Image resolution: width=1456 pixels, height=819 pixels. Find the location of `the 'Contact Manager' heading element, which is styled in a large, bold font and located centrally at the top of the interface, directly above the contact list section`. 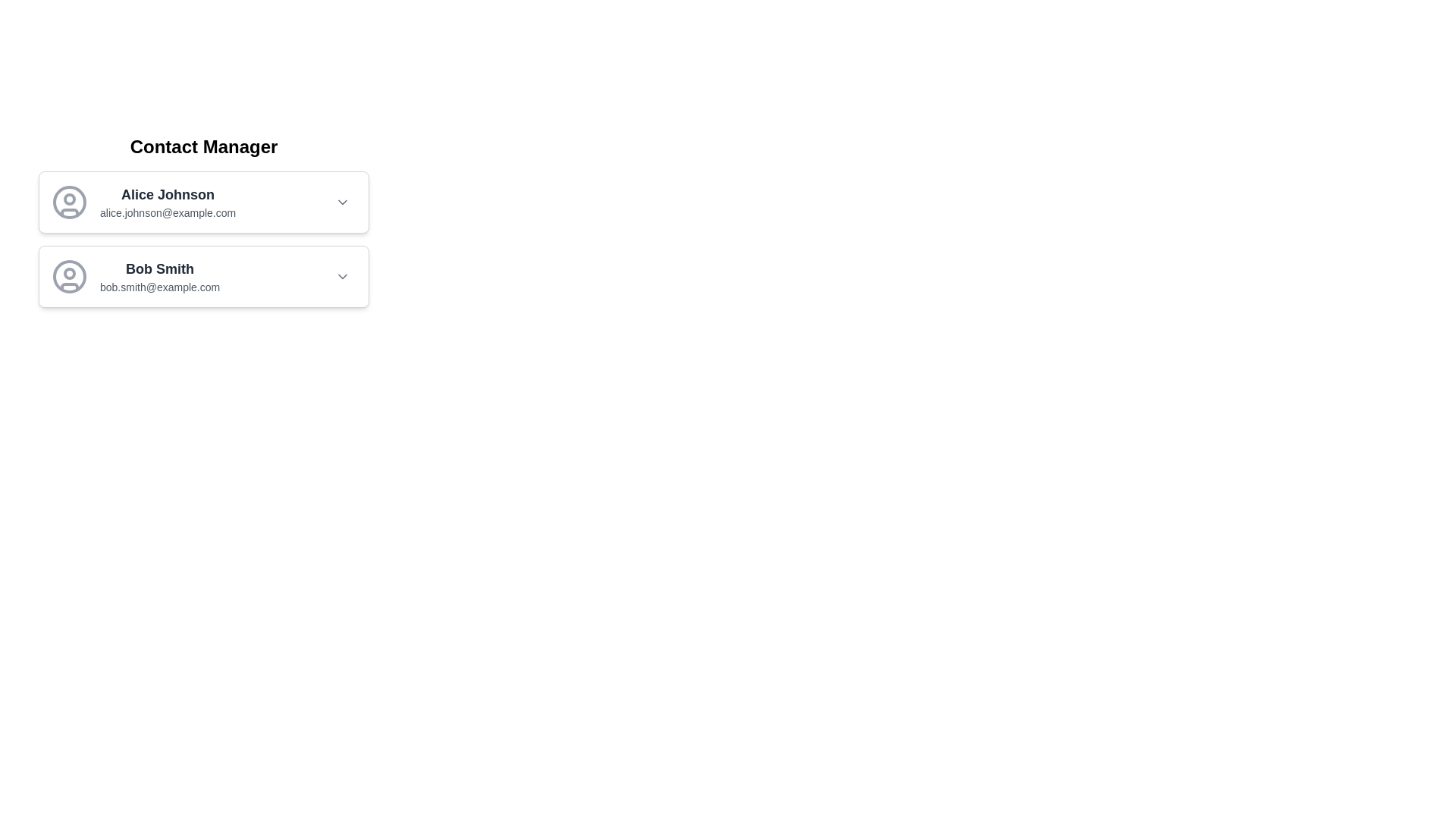

the 'Contact Manager' heading element, which is styled in a large, bold font and located centrally at the top of the interface, directly above the contact list section is located at coordinates (202, 146).